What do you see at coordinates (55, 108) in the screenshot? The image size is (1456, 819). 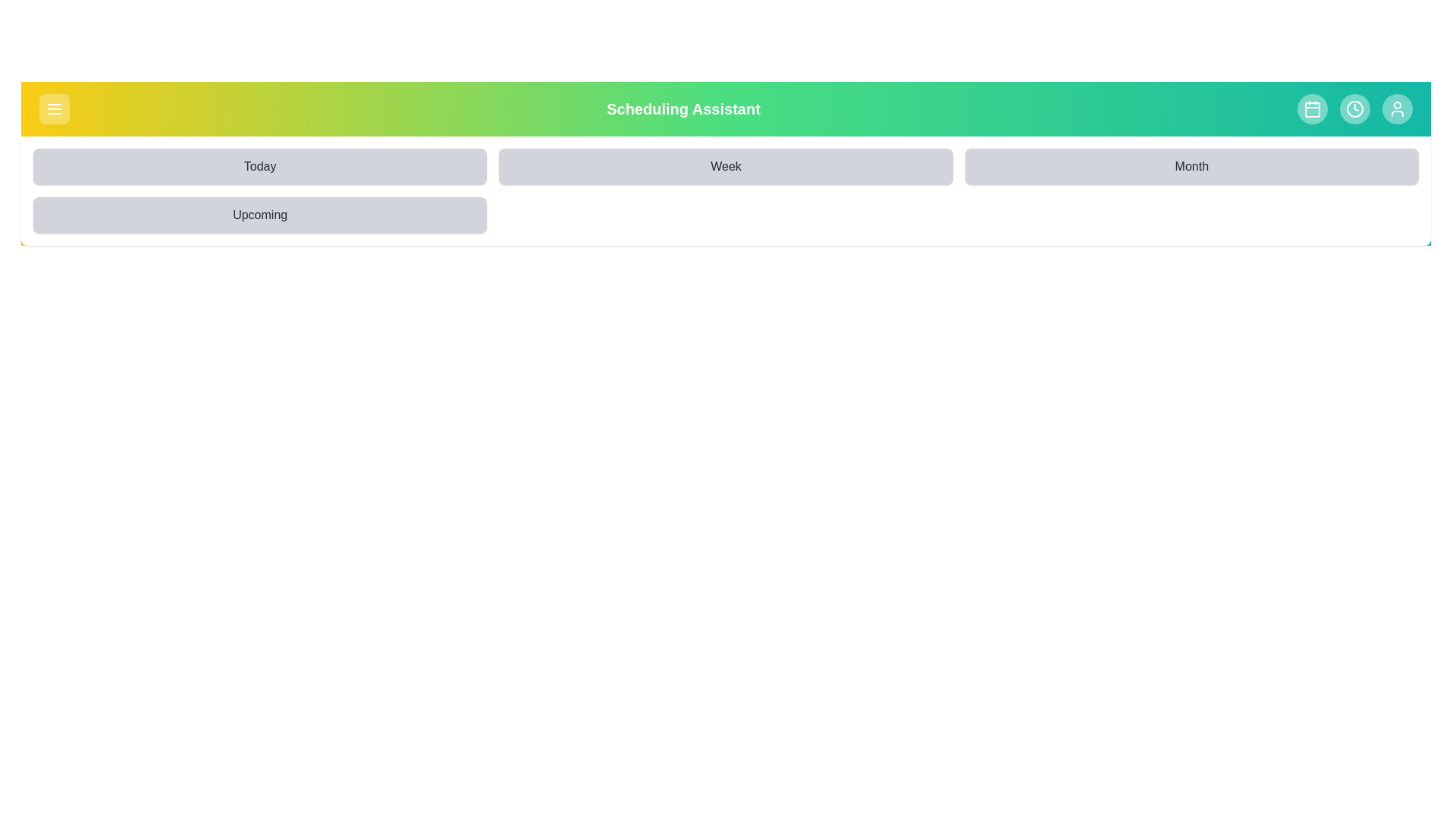 I see `the menu toggle button to toggle the visibility of the menu` at bounding box center [55, 108].